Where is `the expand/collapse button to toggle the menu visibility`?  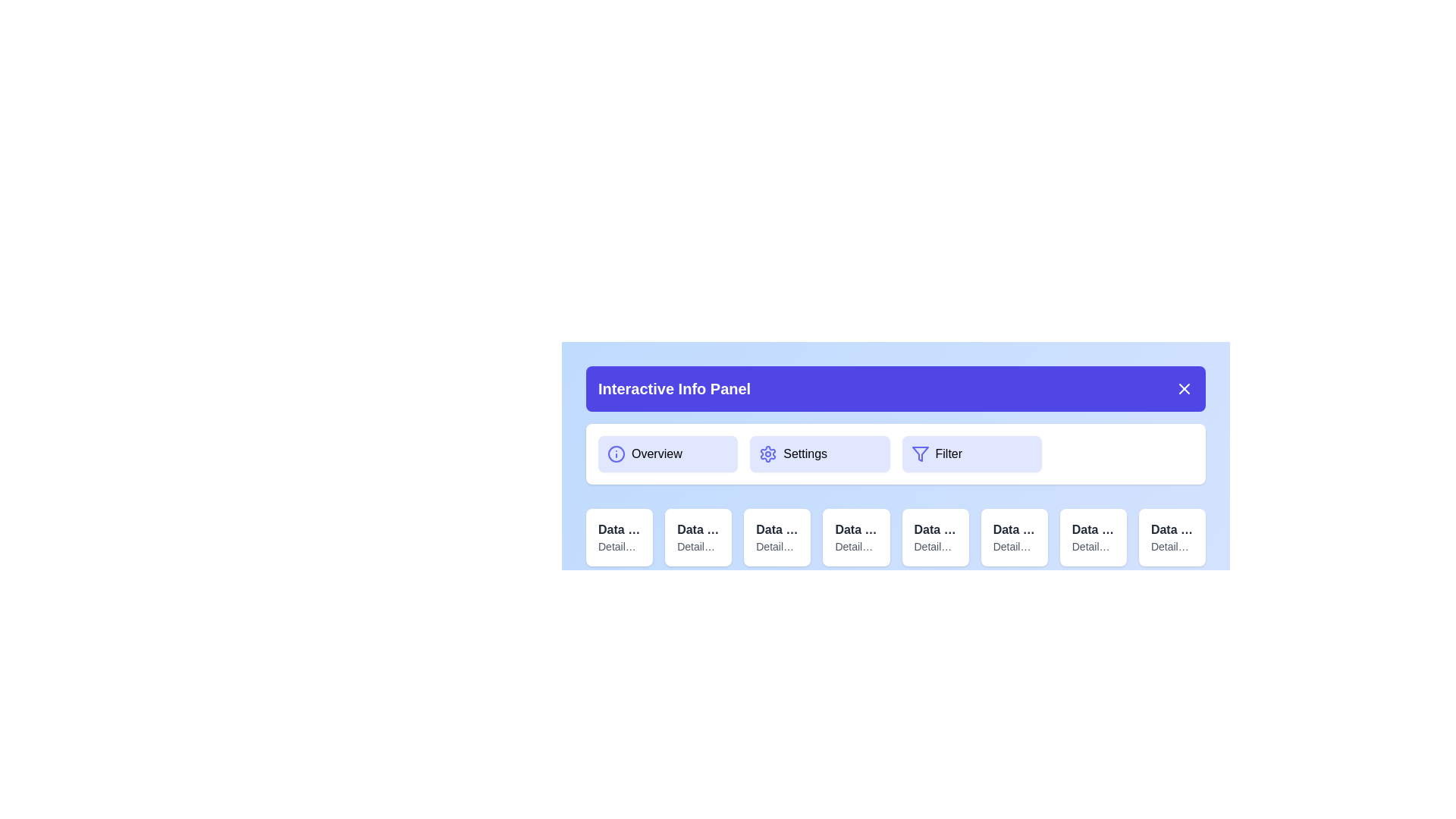 the expand/collapse button to toggle the menu visibility is located at coordinates (1183, 388).